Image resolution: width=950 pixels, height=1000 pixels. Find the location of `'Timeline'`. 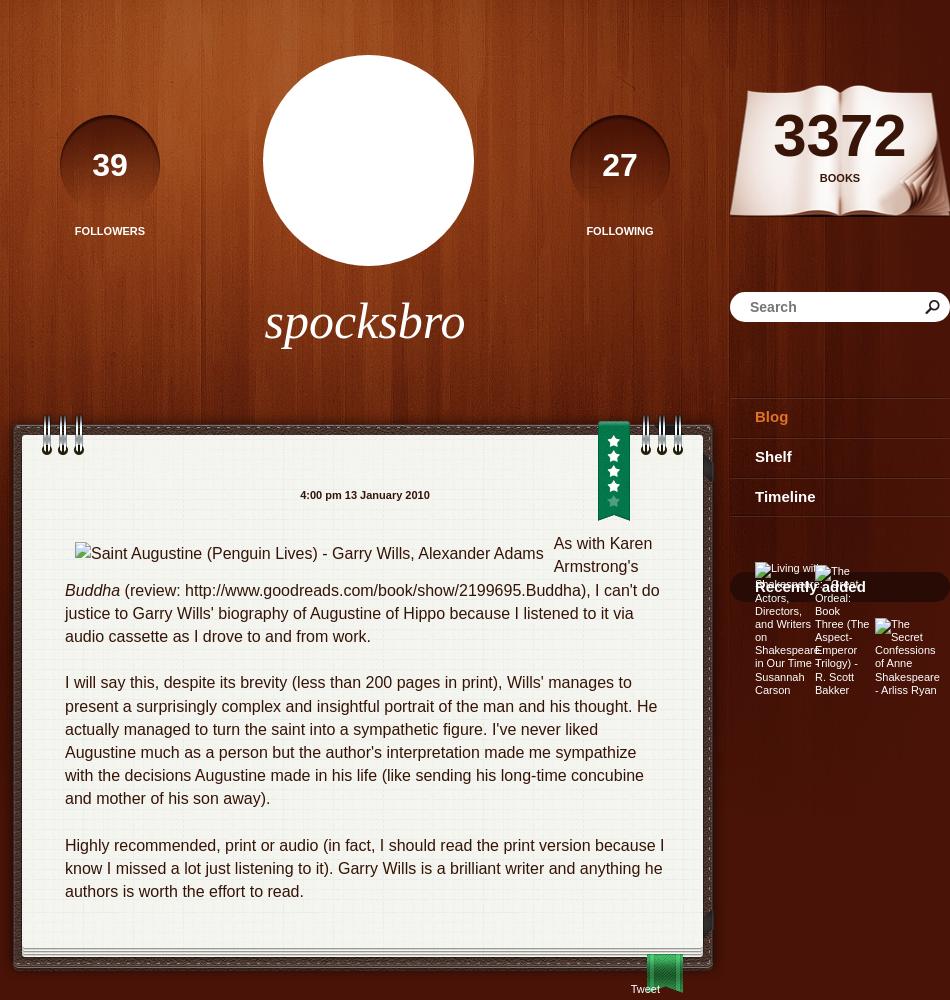

'Timeline' is located at coordinates (783, 495).